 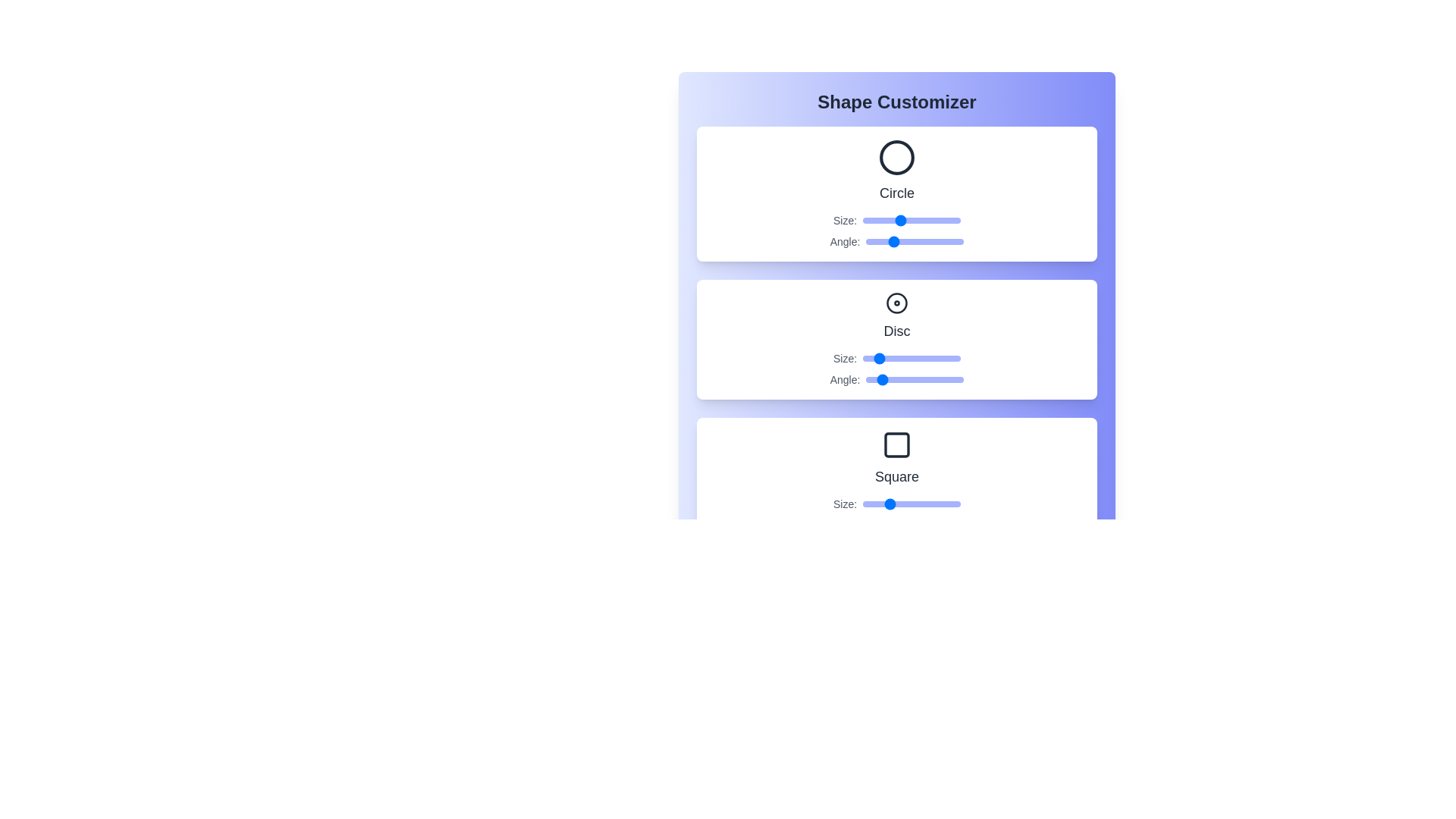 I want to click on the icon of the shape Square, so click(x=896, y=444).